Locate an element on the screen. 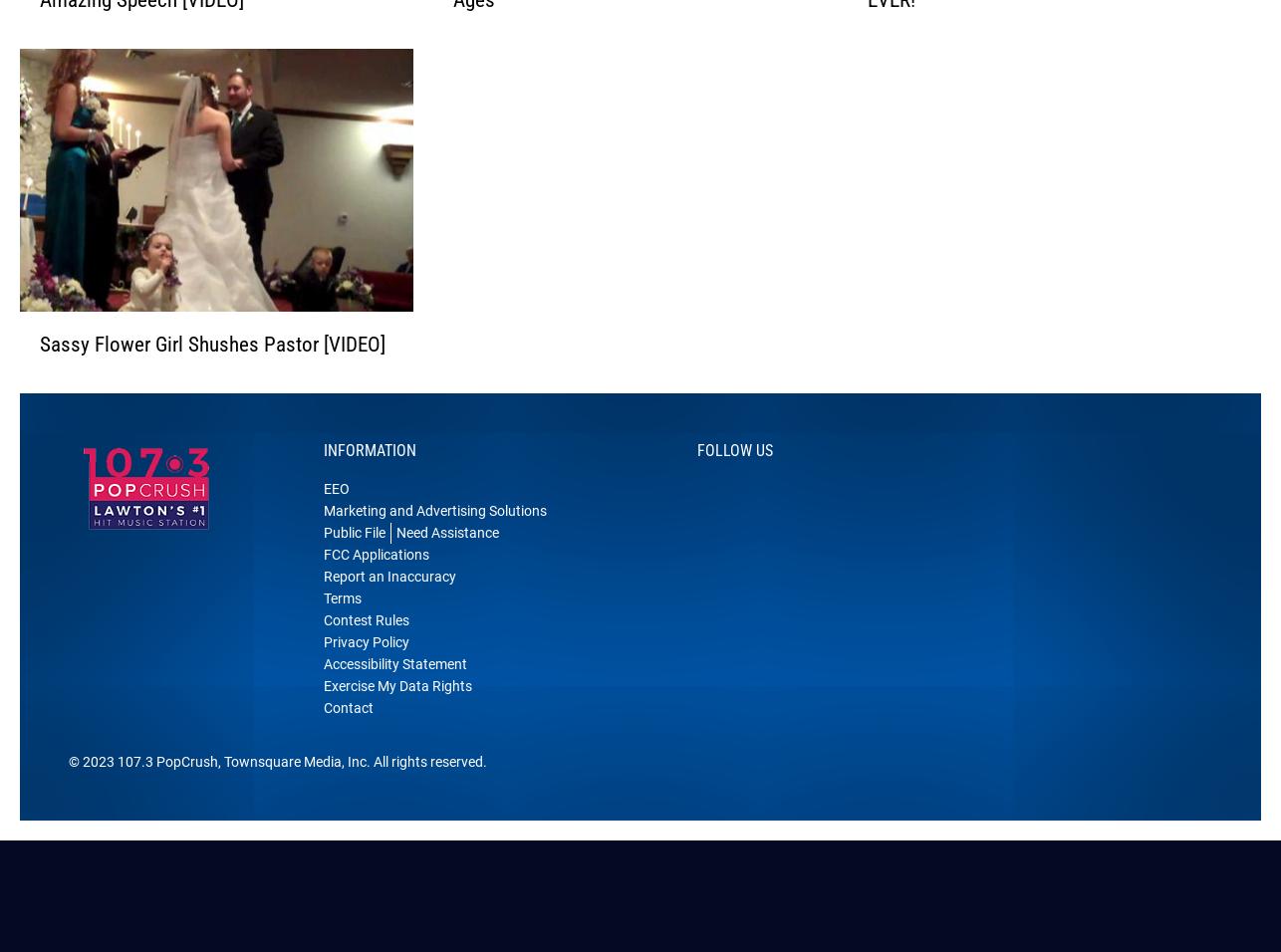  '107.3 PopCrush' is located at coordinates (167, 786).